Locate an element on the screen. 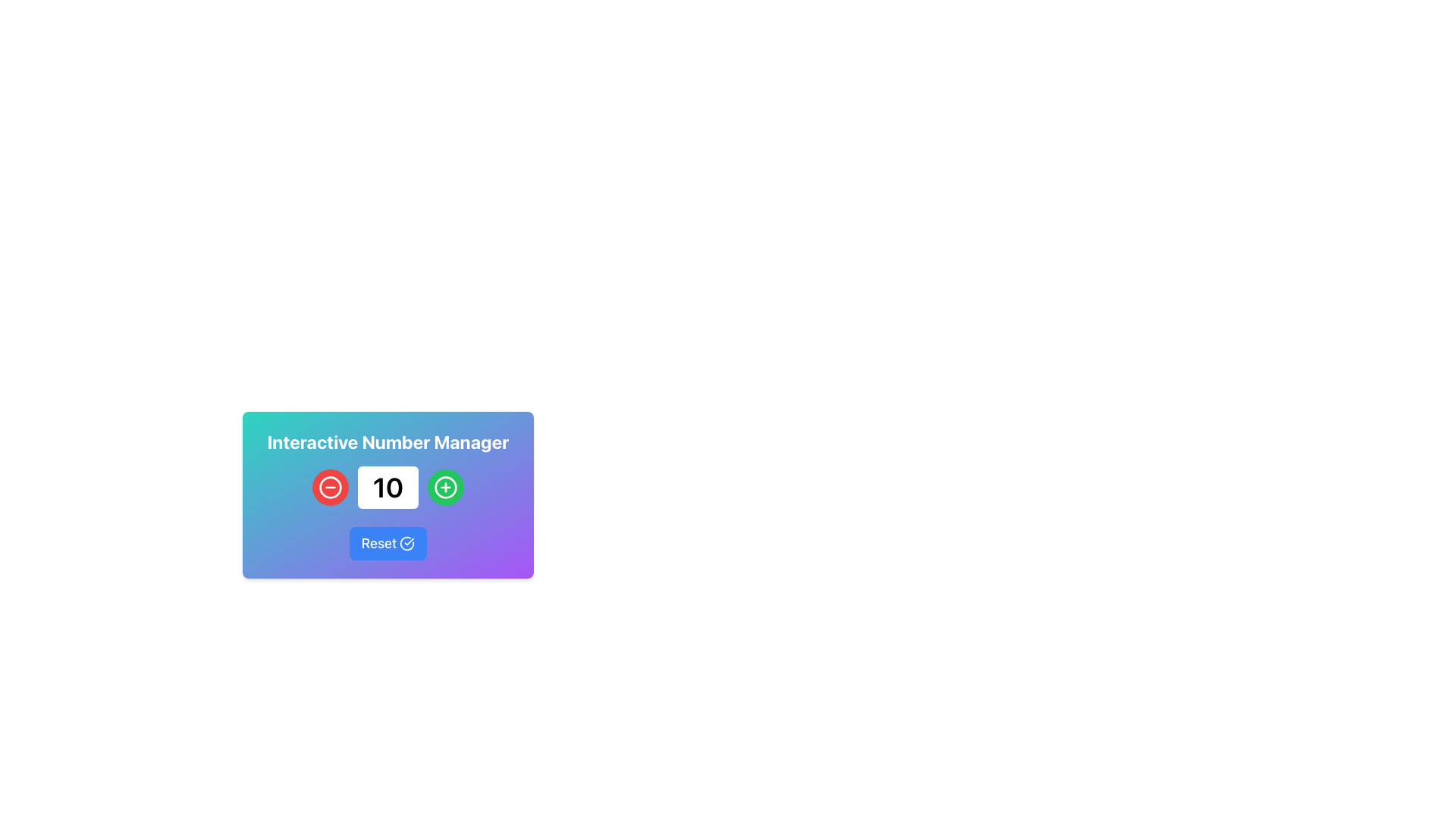 Image resolution: width=1456 pixels, height=819 pixels. the plus button located to the right of the numeric display field to increment the value displayed in that field is located at coordinates (445, 488).